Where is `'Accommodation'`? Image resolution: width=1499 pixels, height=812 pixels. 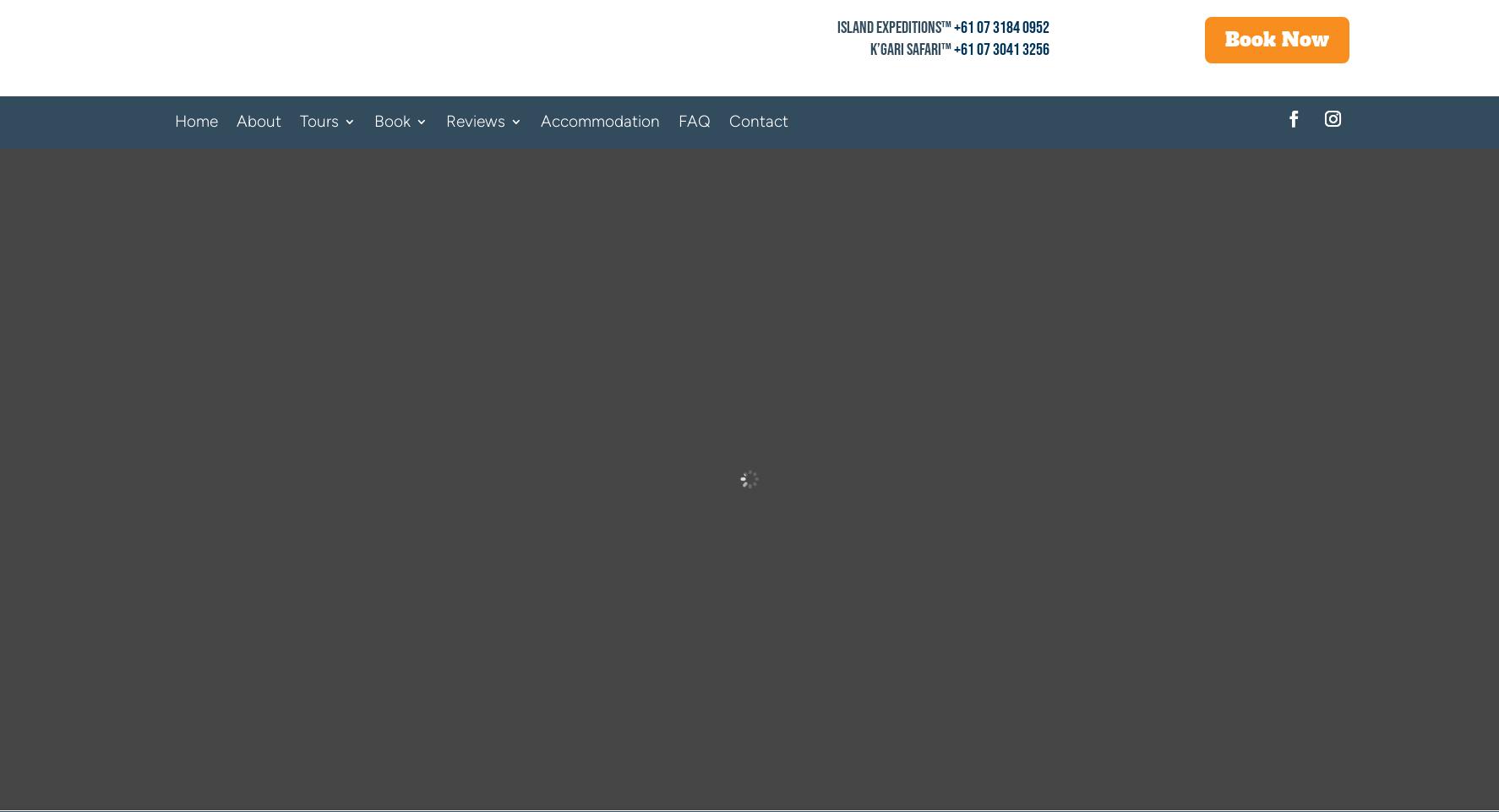 'Accommodation' is located at coordinates (599, 120).